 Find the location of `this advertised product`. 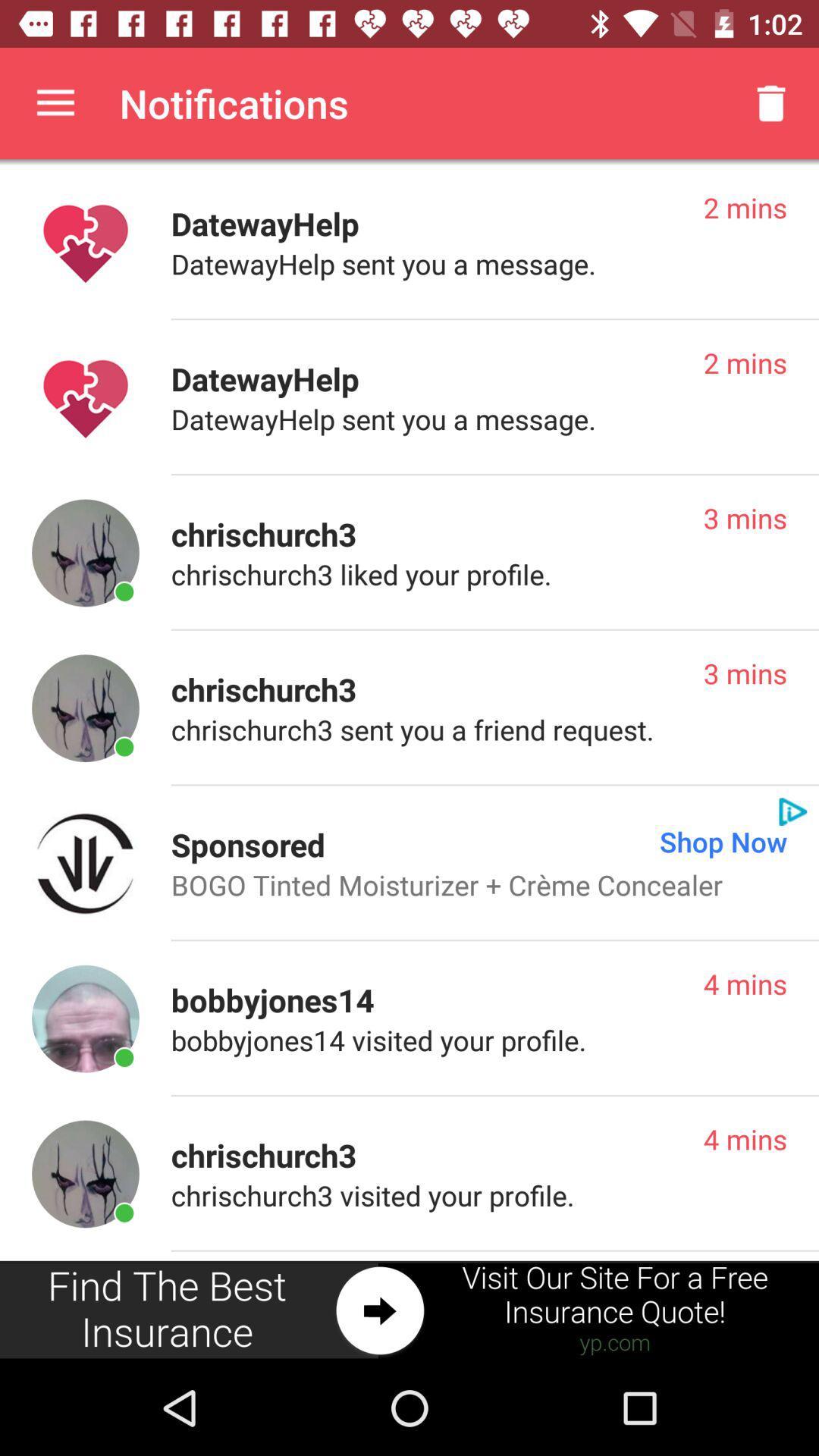

this advertised product is located at coordinates (85, 863).